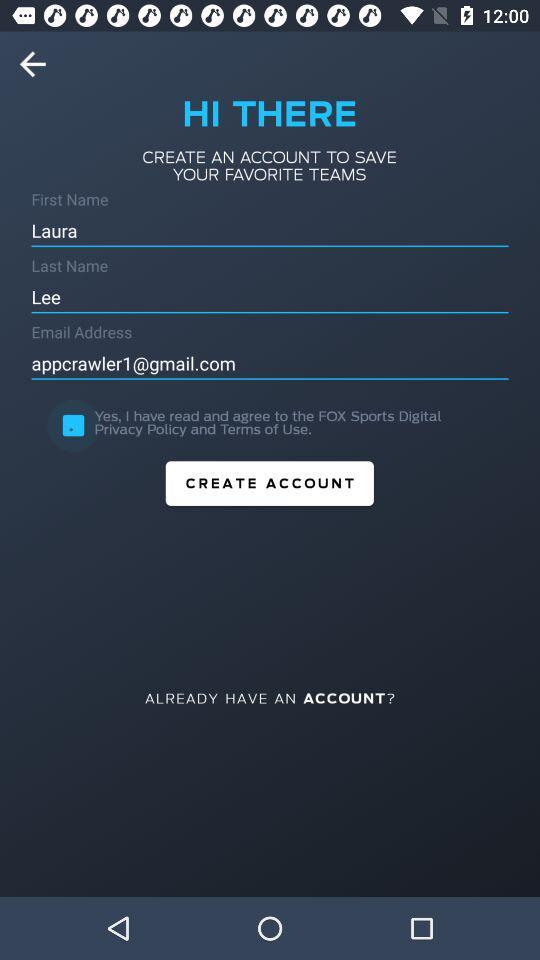  Describe the element at coordinates (39, 64) in the screenshot. I see `go back` at that location.